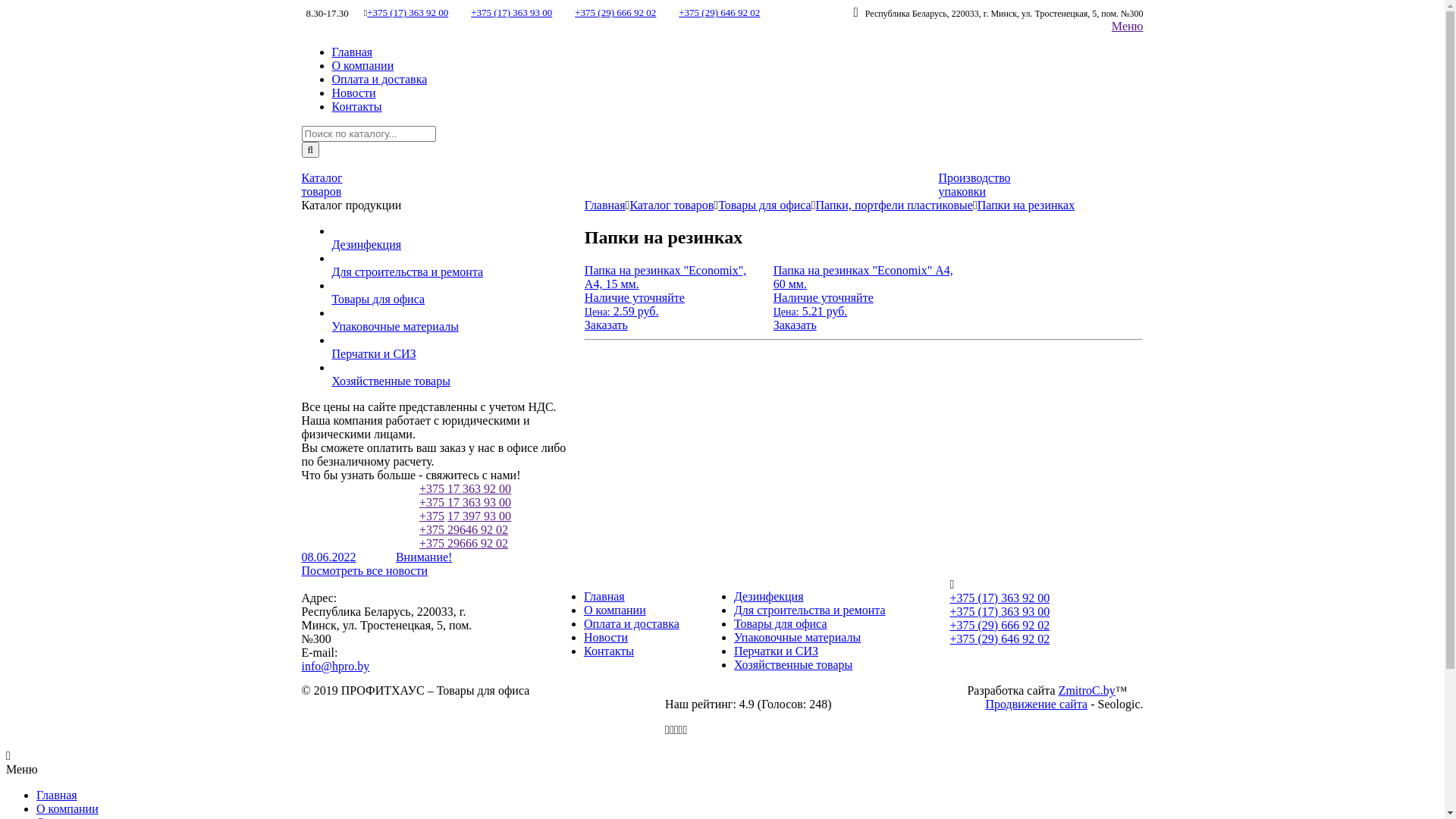  I want to click on 'Search', so click(302, 149).